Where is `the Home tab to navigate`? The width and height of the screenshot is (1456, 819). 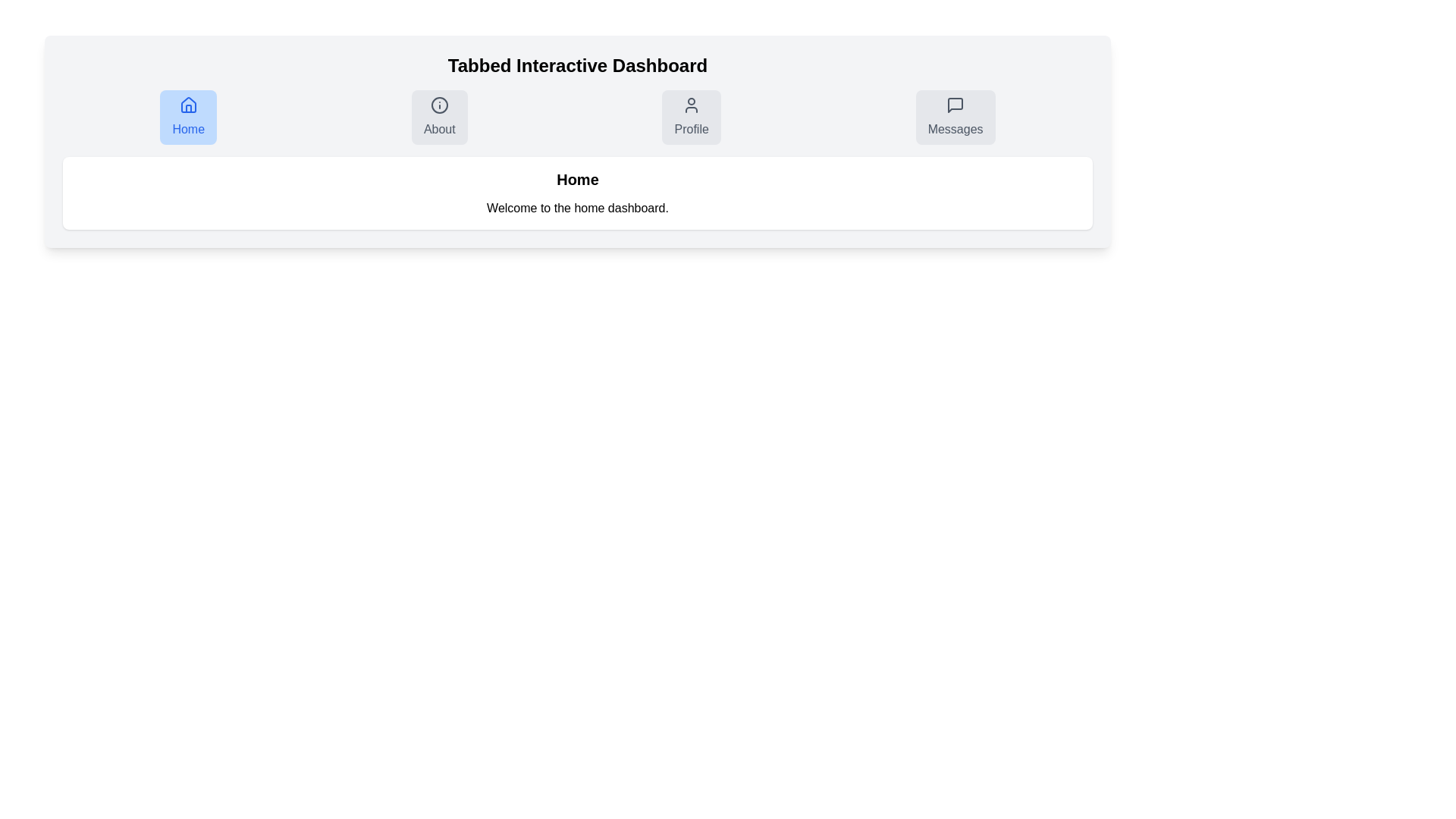
the Home tab to navigate is located at coordinates (187, 116).